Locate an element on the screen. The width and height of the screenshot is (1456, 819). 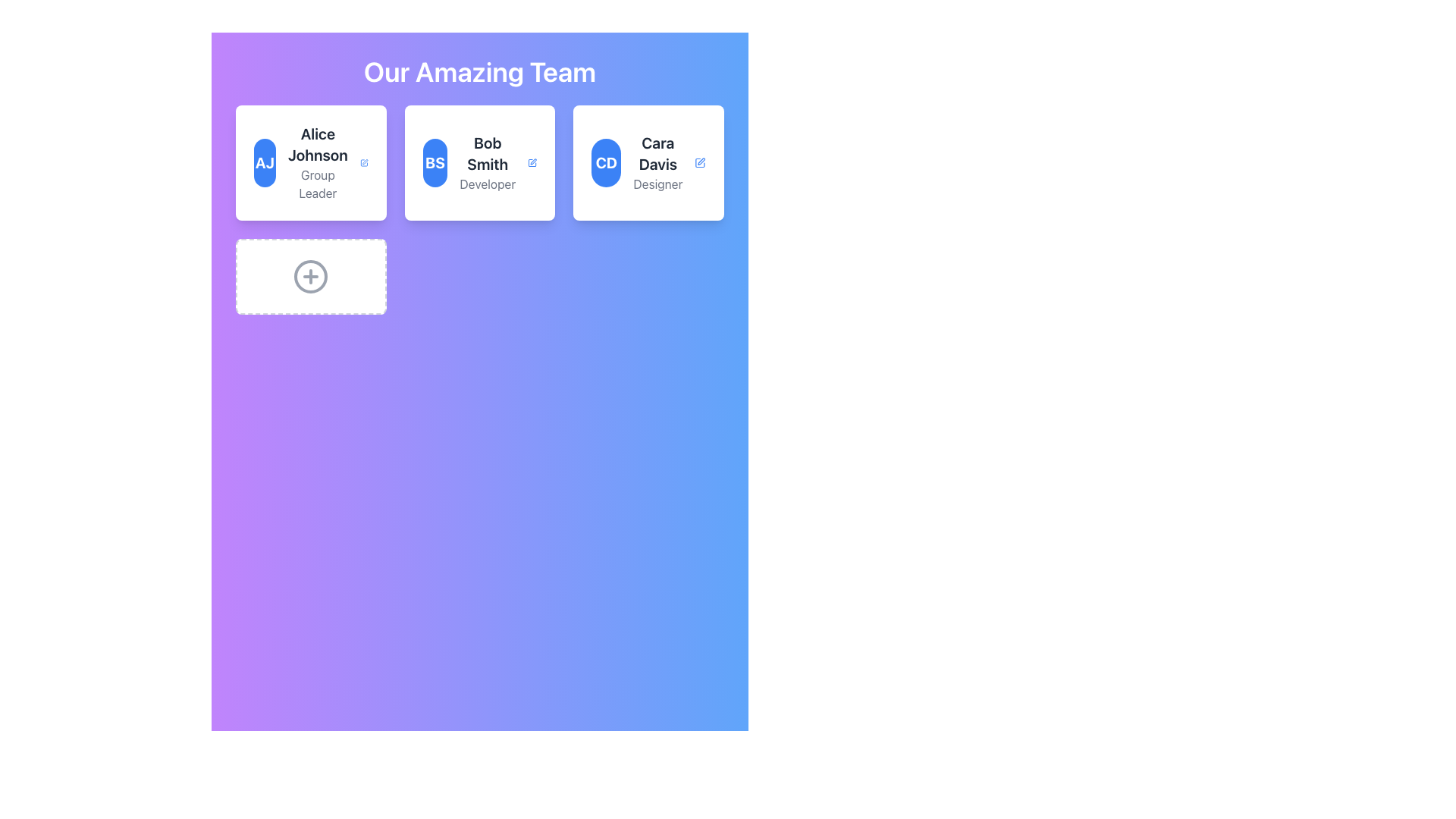
the text element displaying 'Cara Davis' is located at coordinates (657, 154).